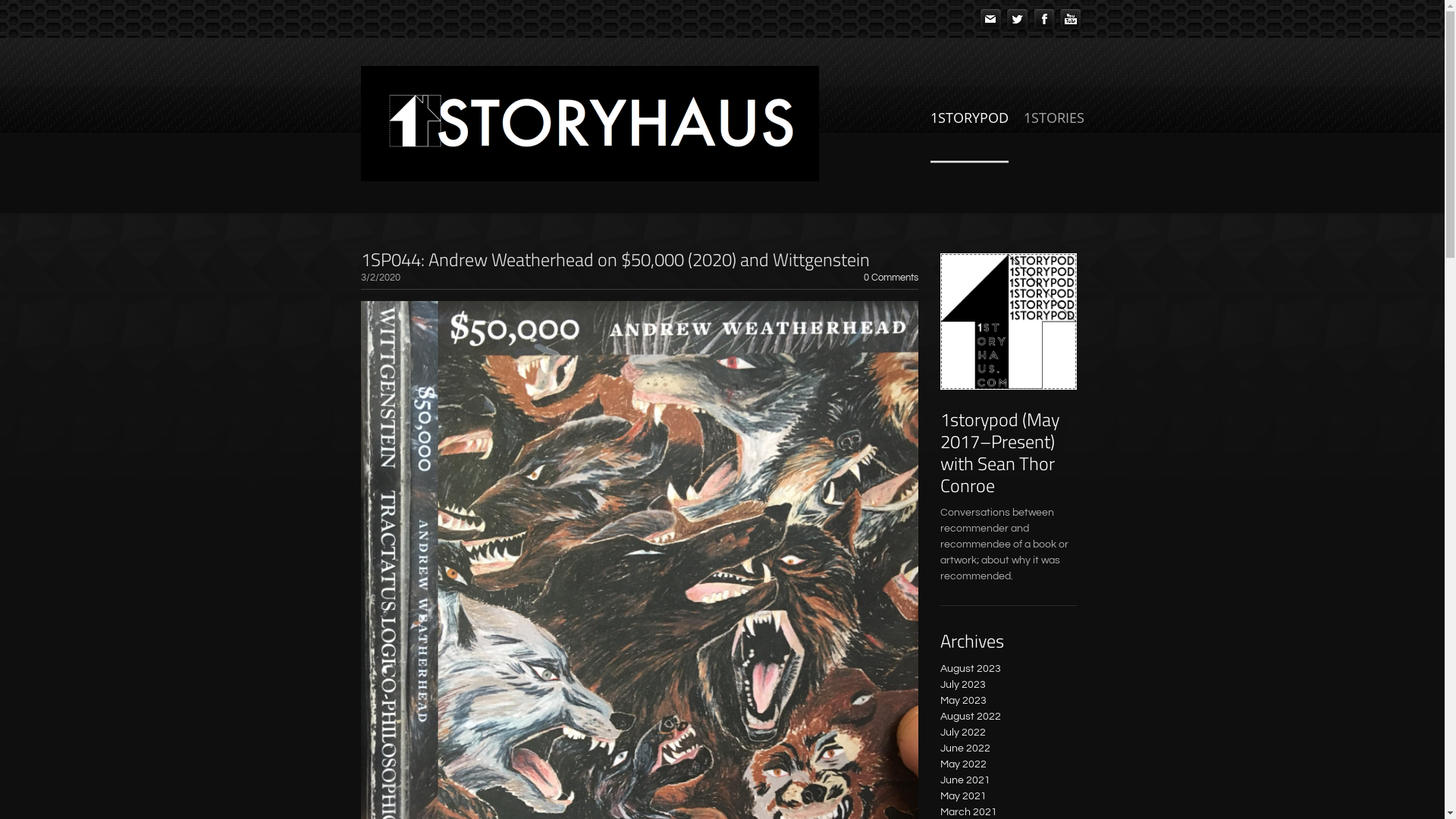 The height and width of the screenshot is (819, 1456). I want to click on 'August 2023', so click(971, 668).